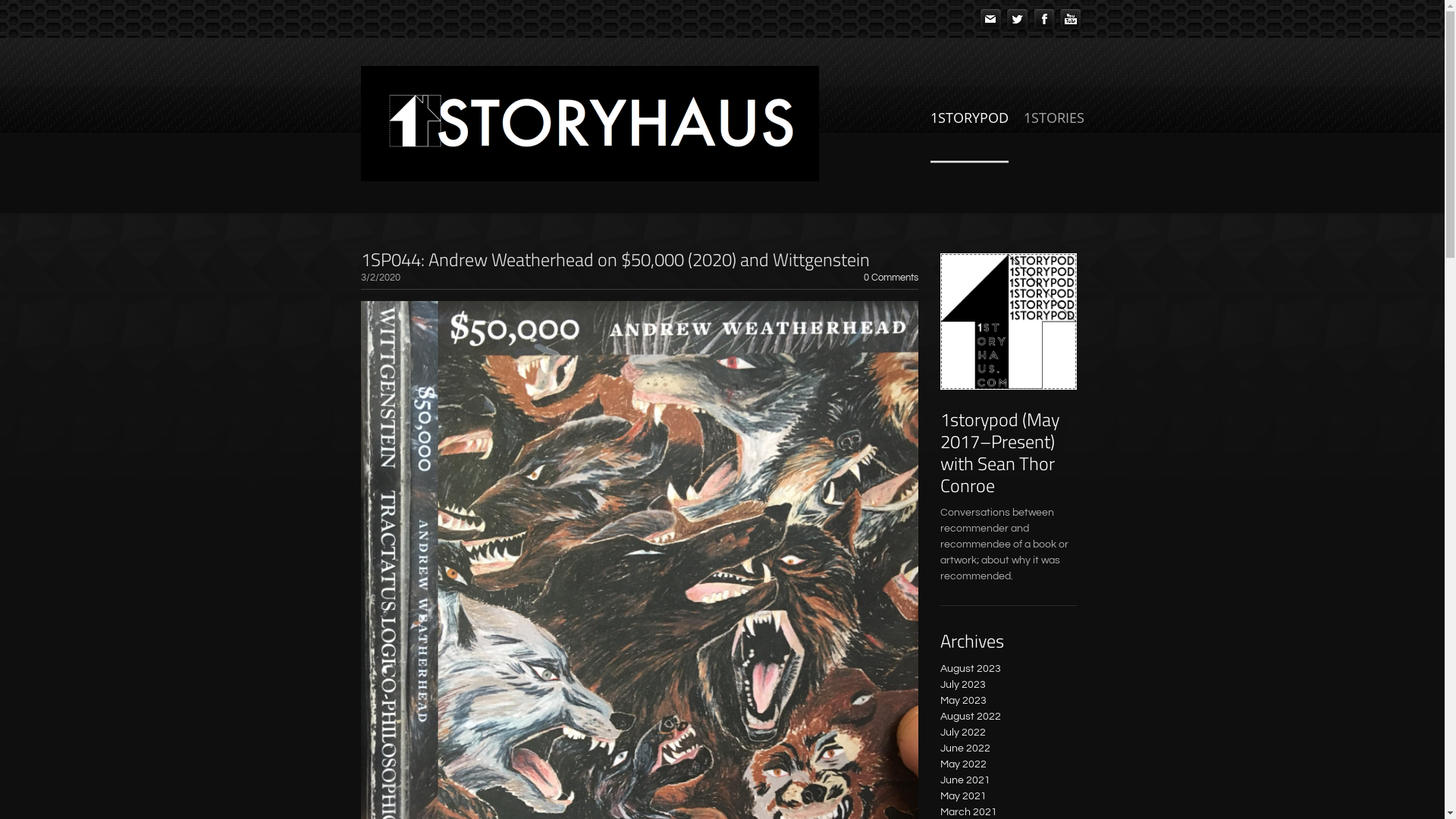 The height and width of the screenshot is (819, 1456). I want to click on 'August 2023', so click(971, 668).